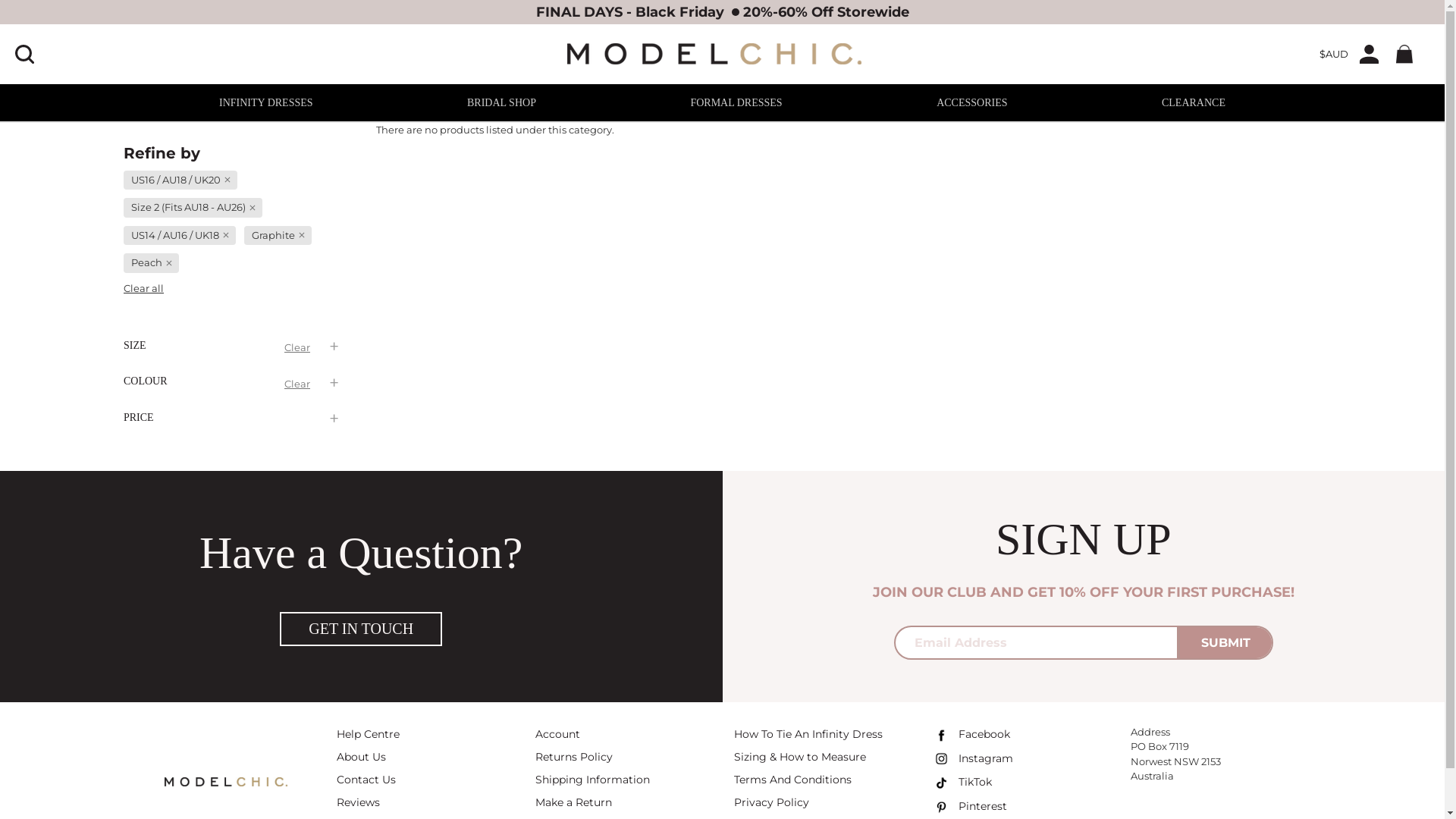 This screenshot has height=819, width=1456. What do you see at coordinates (501, 102) in the screenshot?
I see `'BRIDAL SHOP'` at bounding box center [501, 102].